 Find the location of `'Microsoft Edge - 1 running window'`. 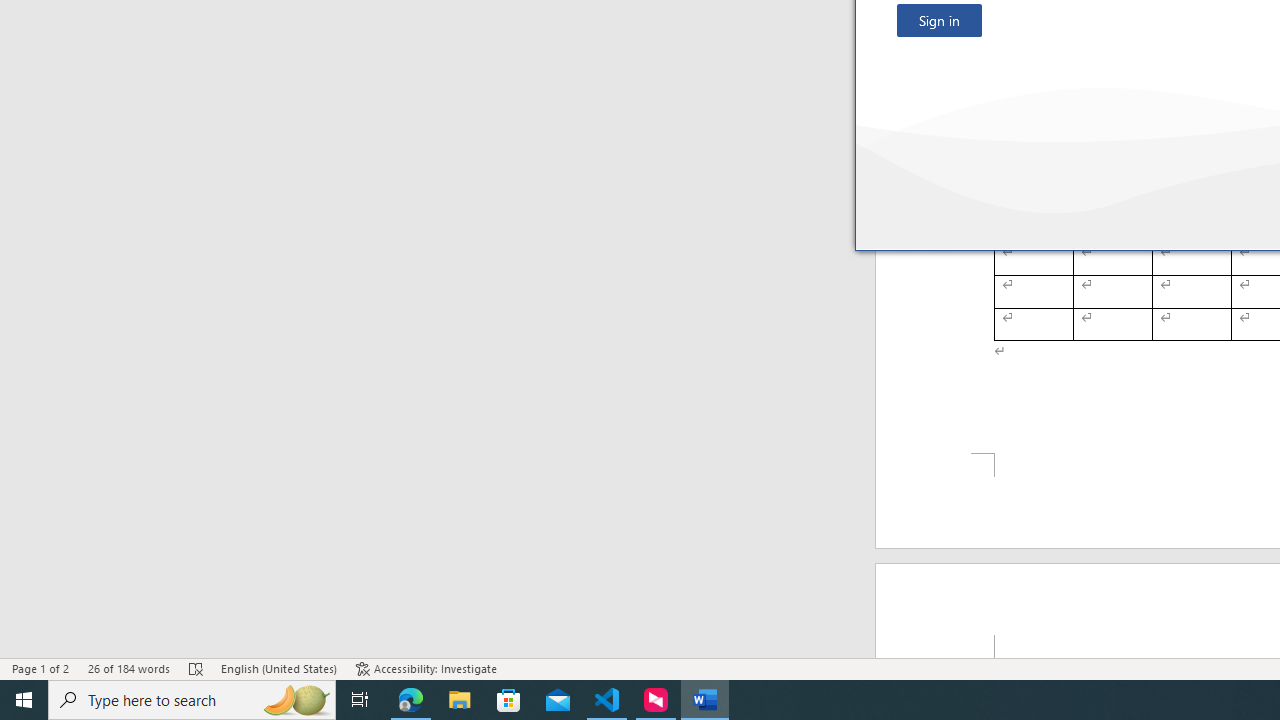

'Microsoft Edge - 1 running window' is located at coordinates (410, 698).